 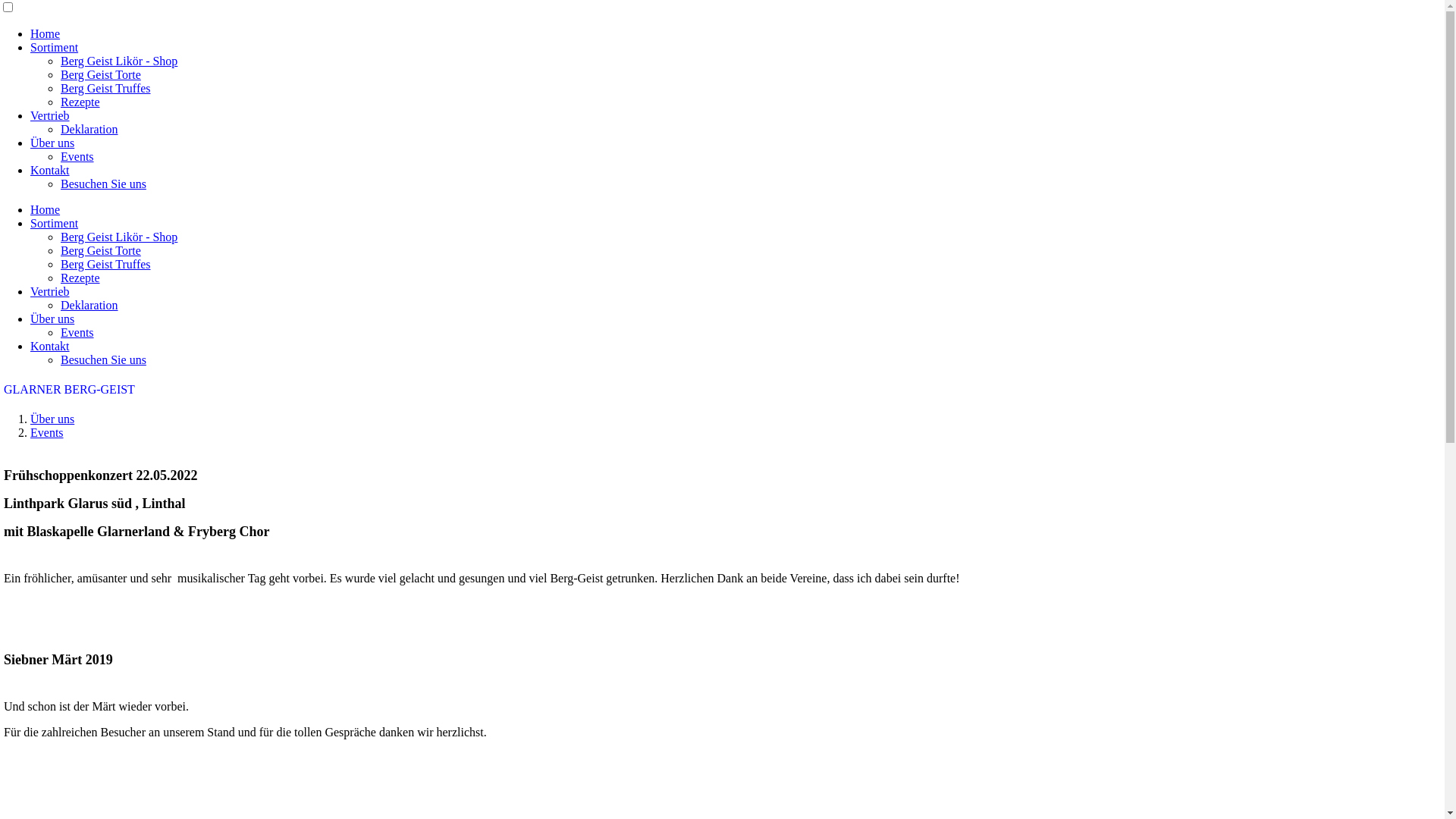 I want to click on 'Berg Geist Torte', so click(x=61, y=249).